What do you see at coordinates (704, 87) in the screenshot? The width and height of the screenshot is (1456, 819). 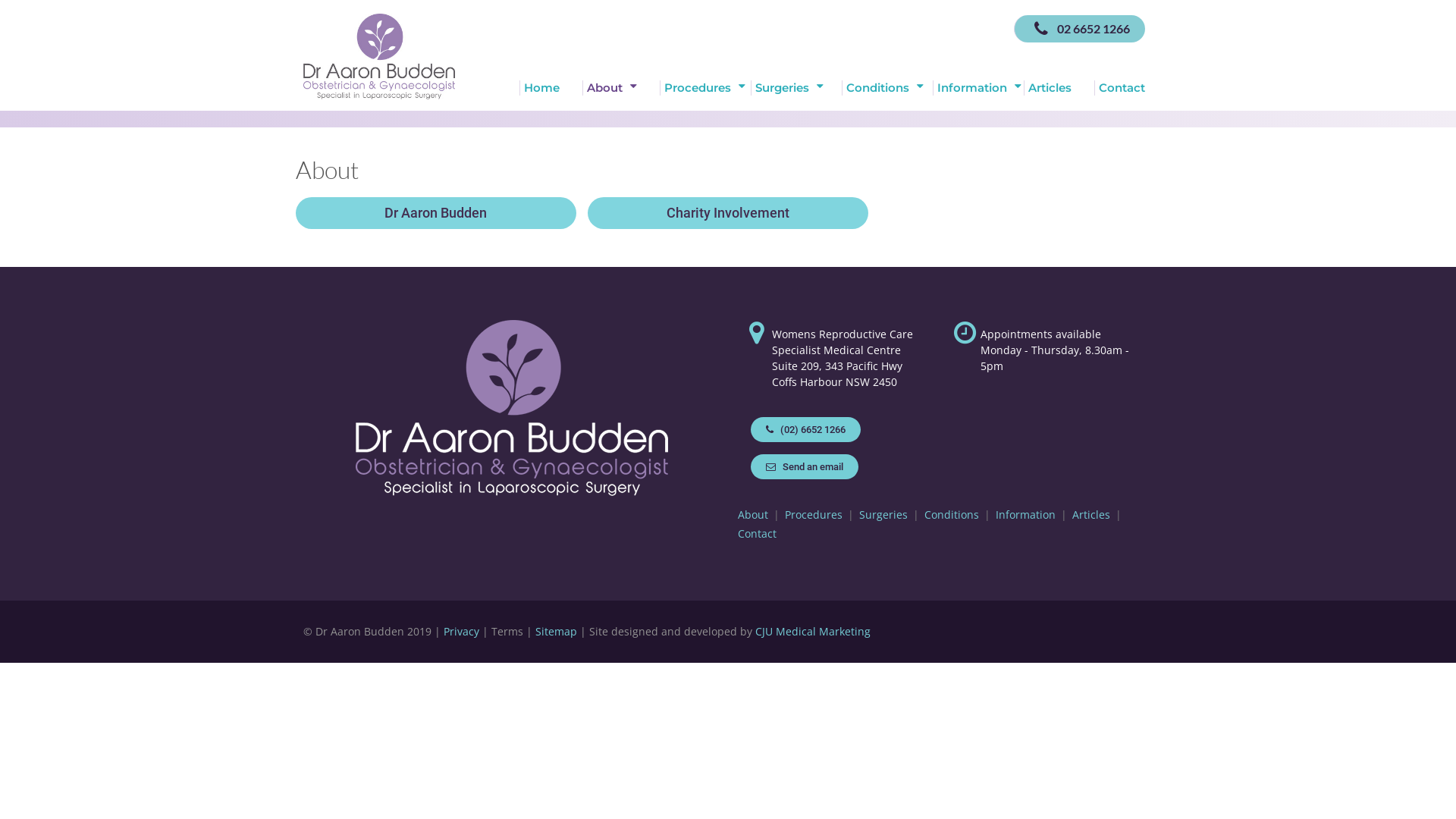 I see `'Procedures'` at bounding box center [704, 87].